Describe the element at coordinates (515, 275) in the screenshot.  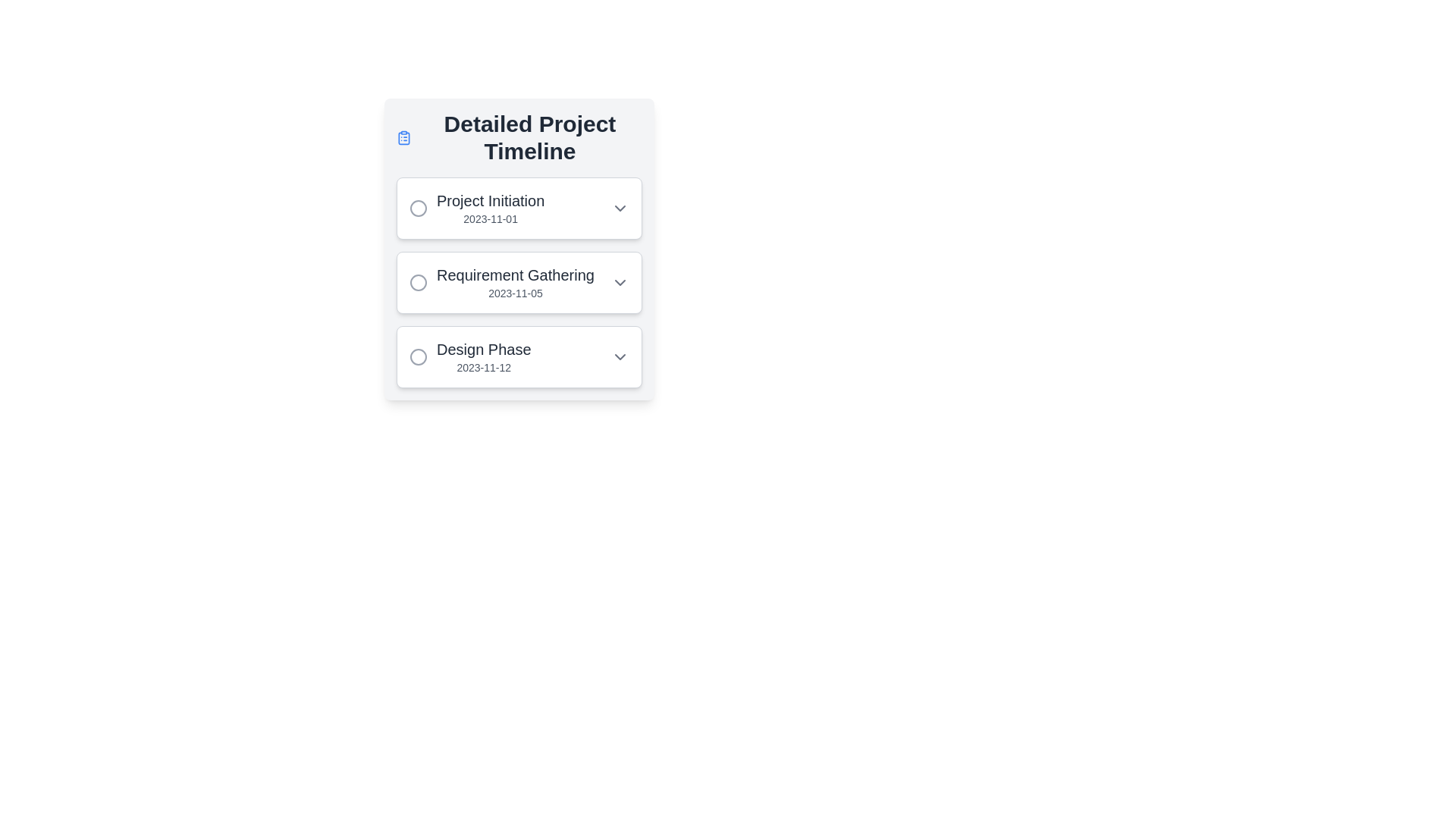
I see `text of the prominently styled text label displaying 'Requirement Gathering', which is located in the second list item under the 'Detailed Project Timeline' section, above the date '2023-11-05'` at that location.